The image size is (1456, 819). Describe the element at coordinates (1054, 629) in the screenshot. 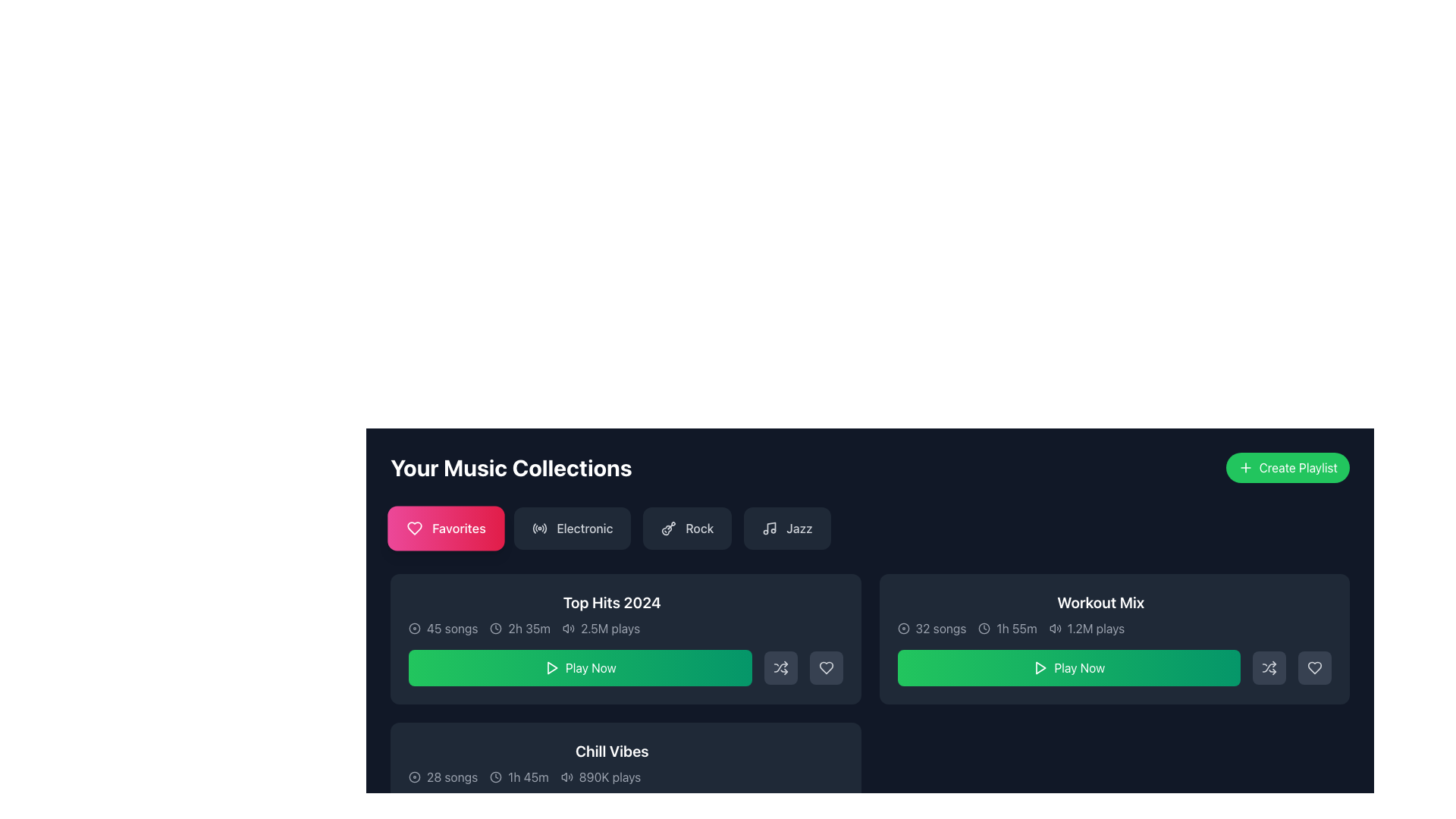

I see `the sound or audio icon located to the left of the text '1.2M plays' in the 'Workout Mix' row of the Music Collection section` at that location.